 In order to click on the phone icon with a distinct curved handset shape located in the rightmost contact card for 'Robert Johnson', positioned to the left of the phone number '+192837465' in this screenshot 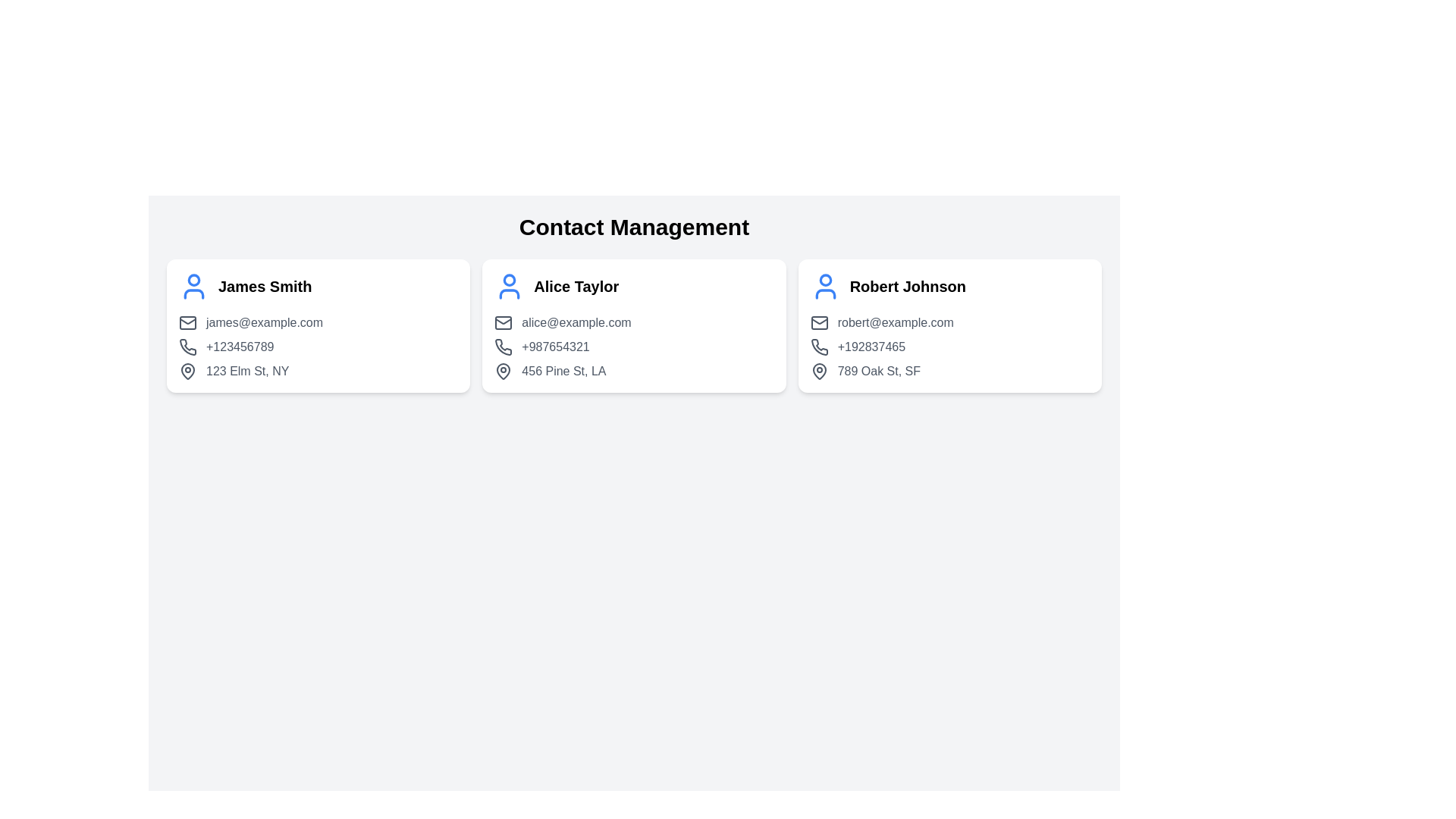, I will do `click(818, 347)`.